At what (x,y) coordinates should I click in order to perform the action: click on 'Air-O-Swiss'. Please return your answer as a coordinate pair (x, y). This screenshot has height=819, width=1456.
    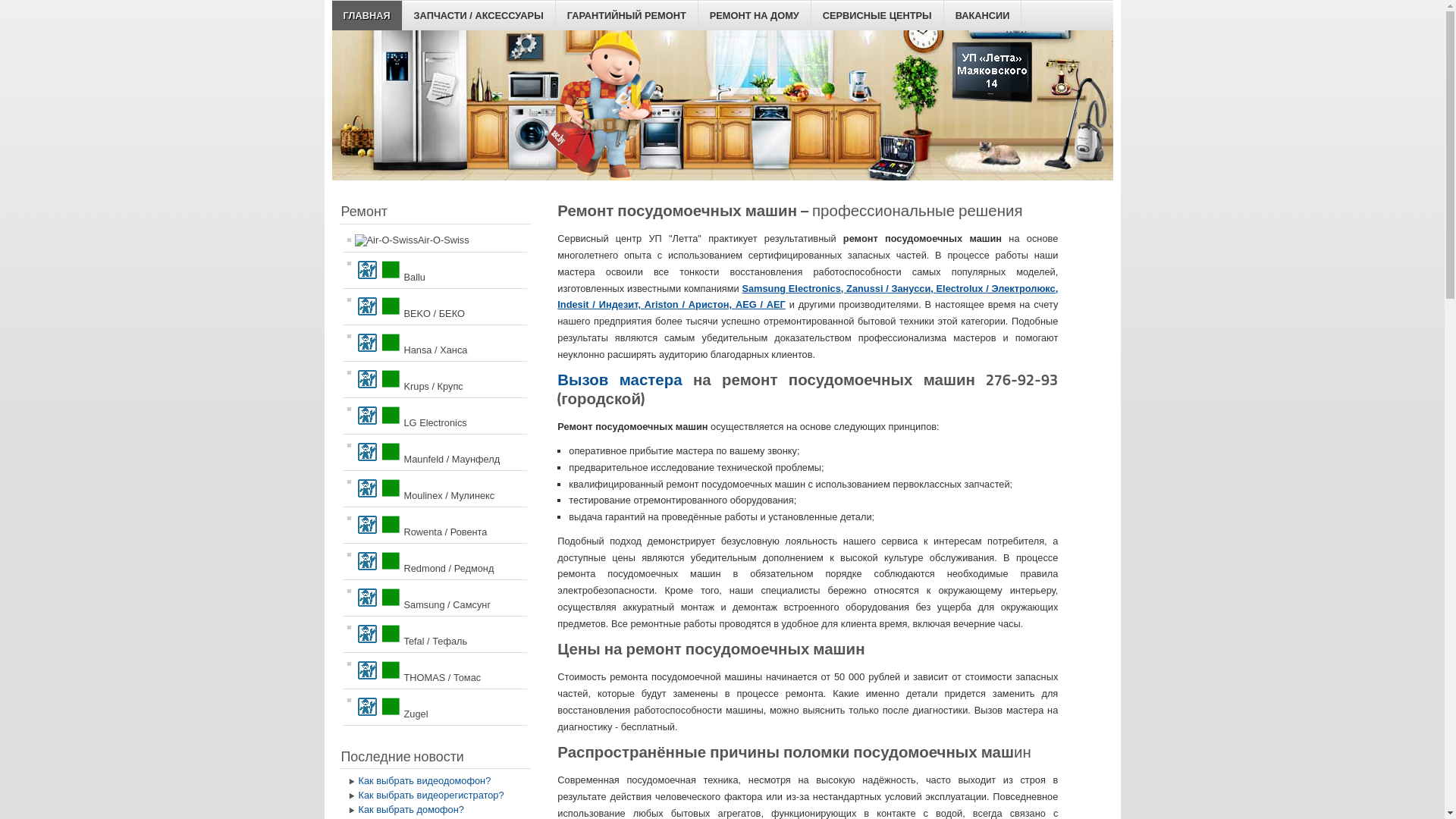
    Looking at the image, I should click on (341, 239).